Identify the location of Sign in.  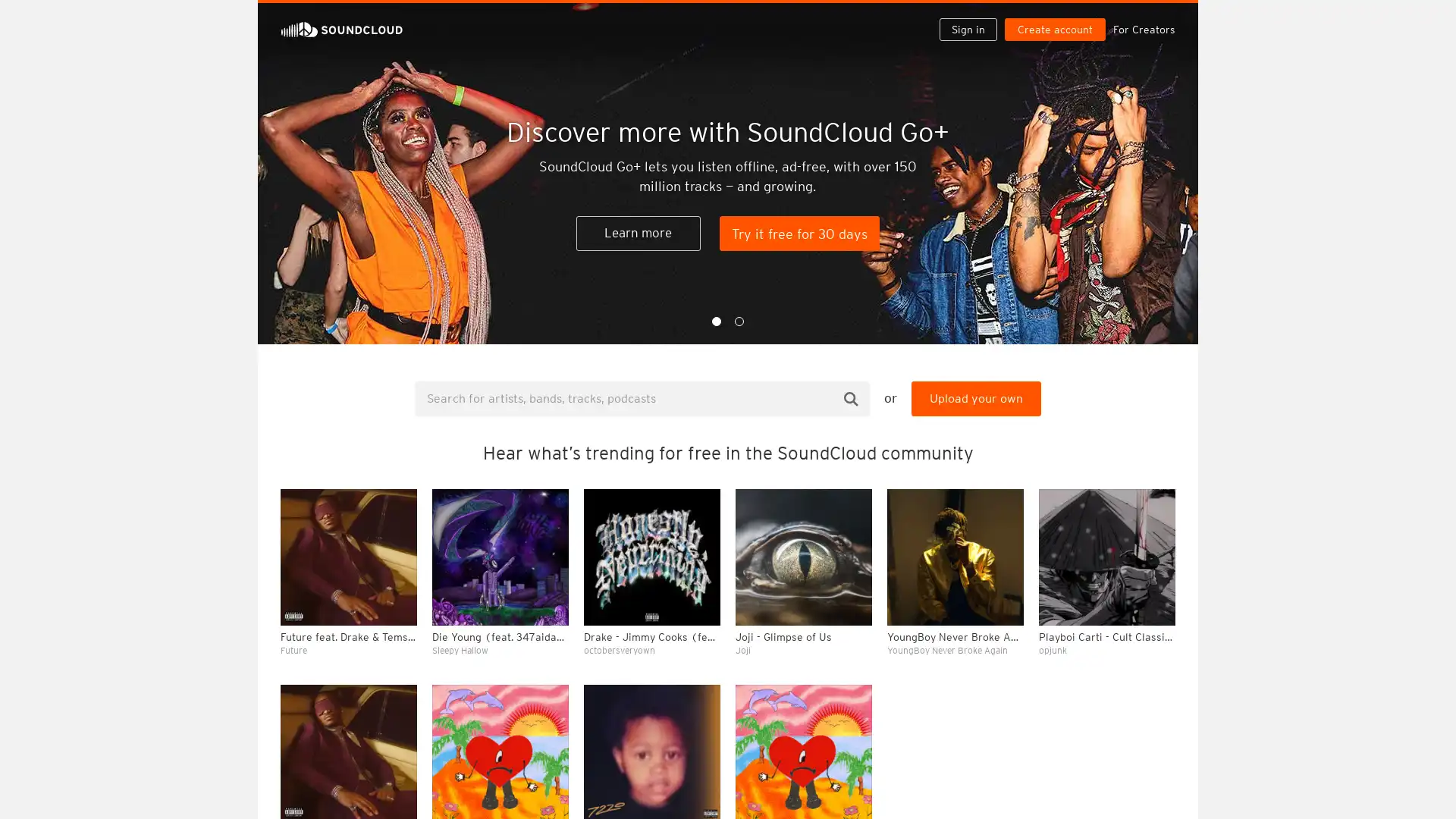
(974, 17).